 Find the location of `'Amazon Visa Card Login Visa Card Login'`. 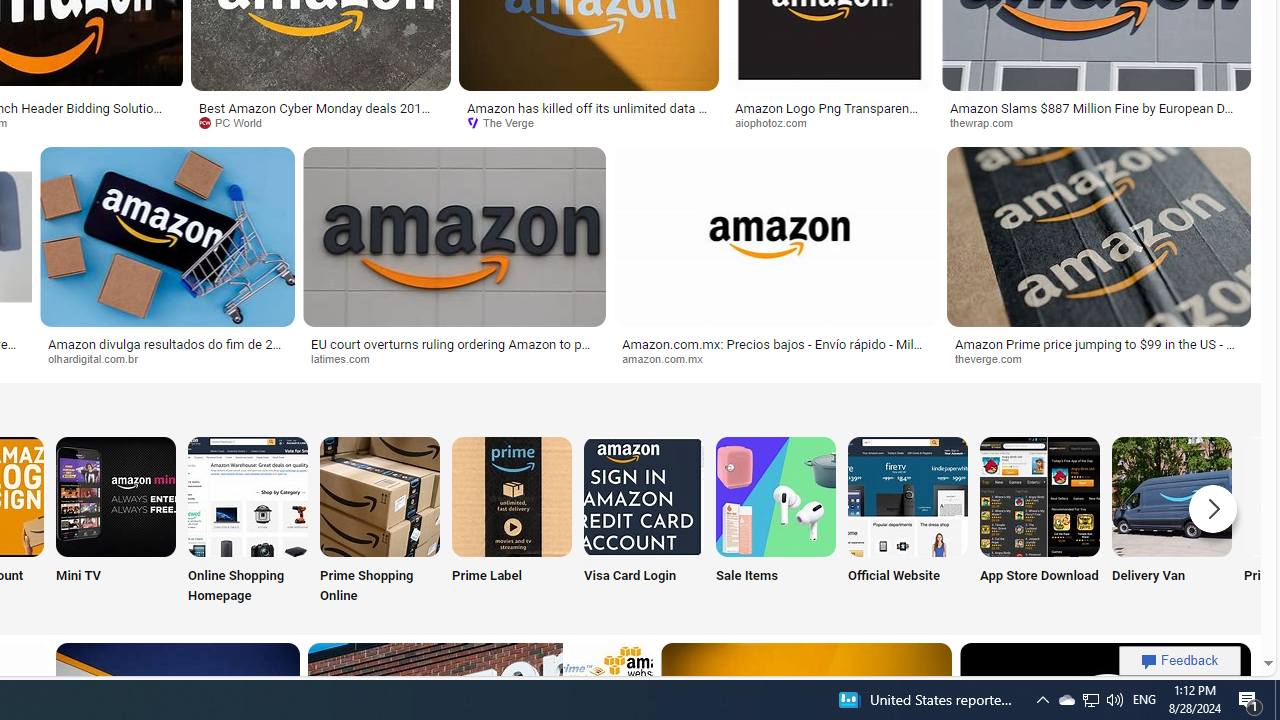

'Amazon Visa Card Login Visa Card Login' is located at coordinates (643, 521).